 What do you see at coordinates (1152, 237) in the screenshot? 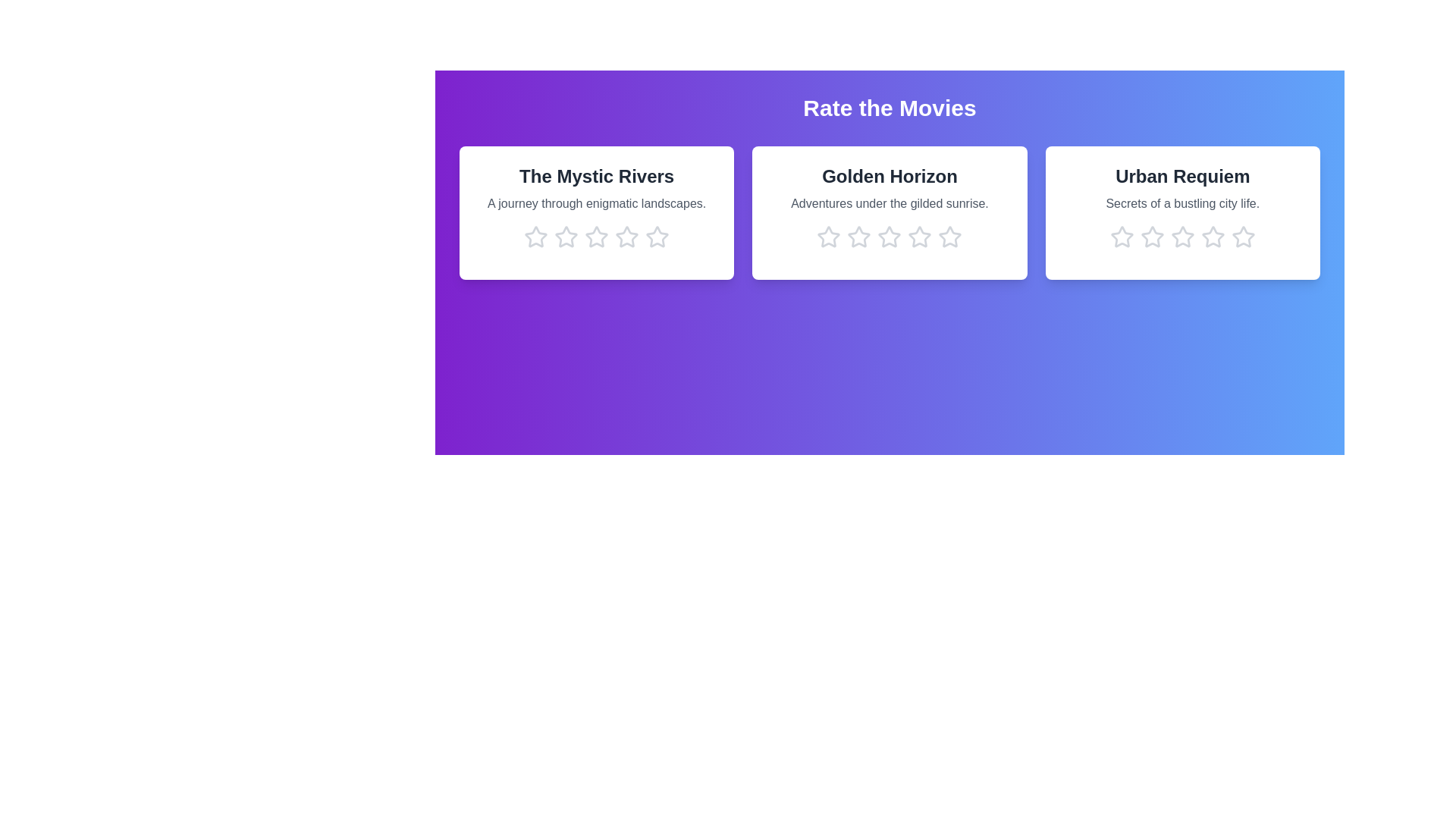
I see `the star corresponding to 2 stars in the movie card titled 'Urban Requiem'` at bounding box center [1152, 237].